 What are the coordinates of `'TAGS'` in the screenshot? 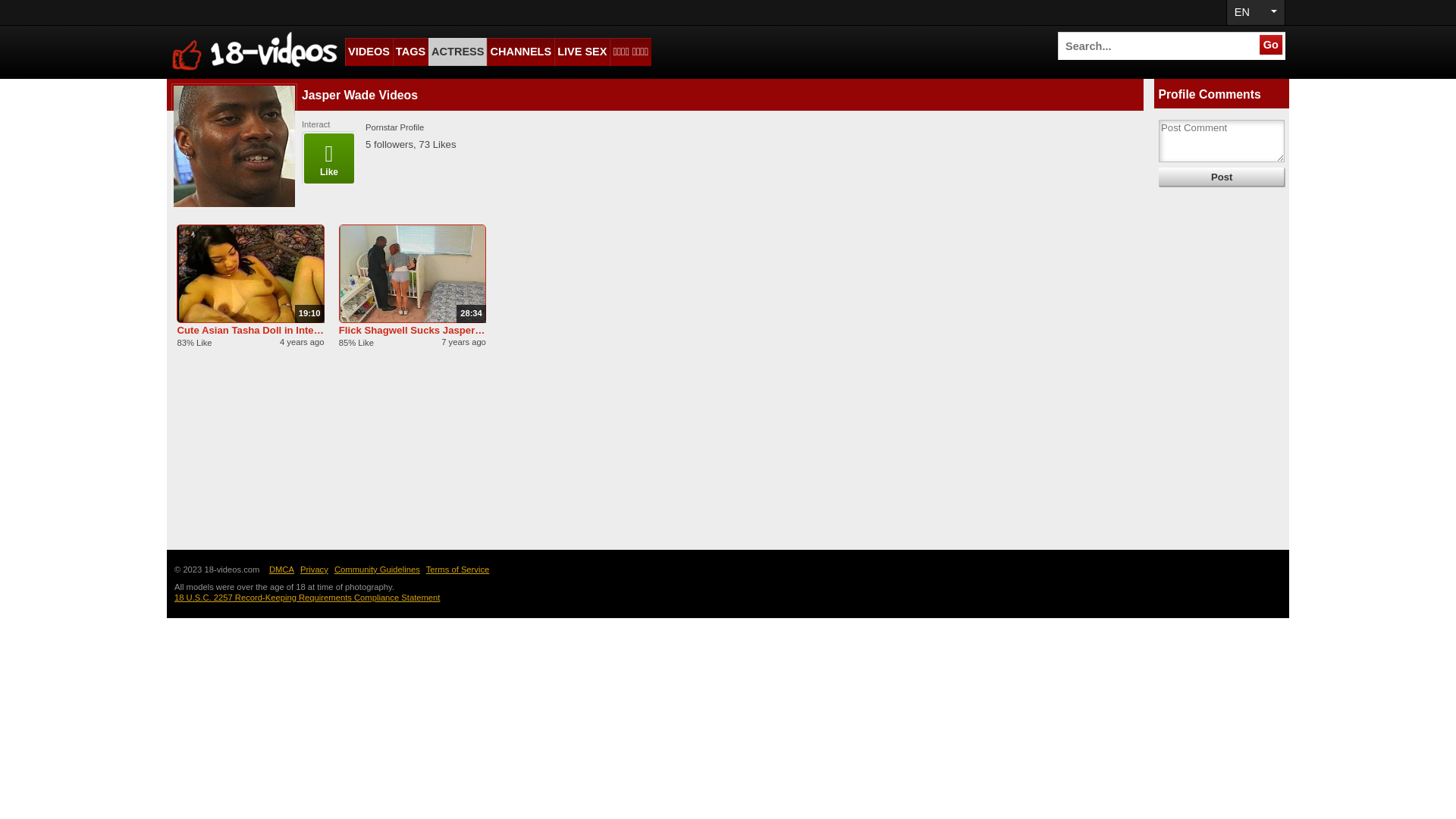 It's located at (410, 51).